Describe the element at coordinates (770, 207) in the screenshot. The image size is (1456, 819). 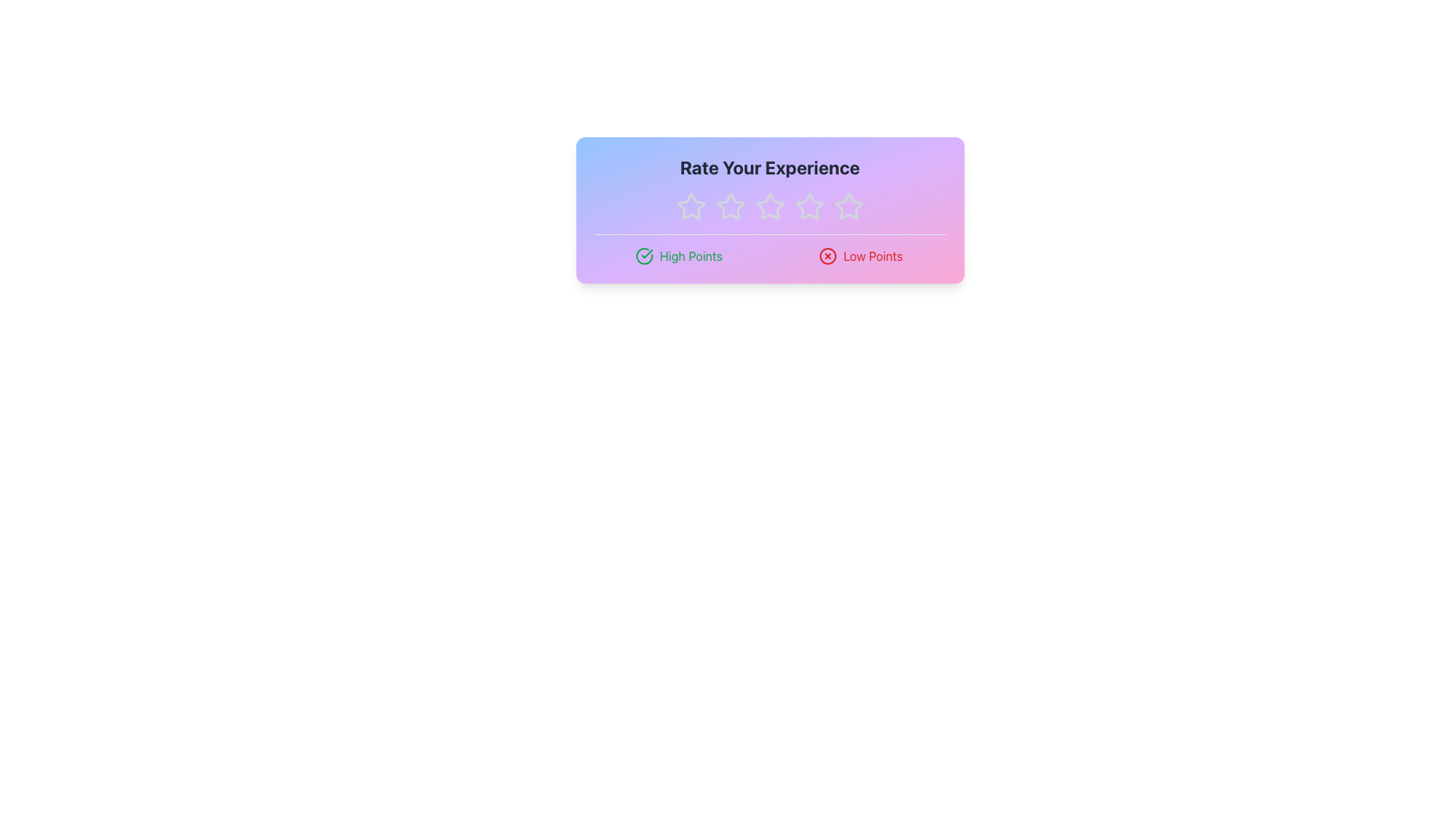
I see `the third star in the five-star rating system` at that location.